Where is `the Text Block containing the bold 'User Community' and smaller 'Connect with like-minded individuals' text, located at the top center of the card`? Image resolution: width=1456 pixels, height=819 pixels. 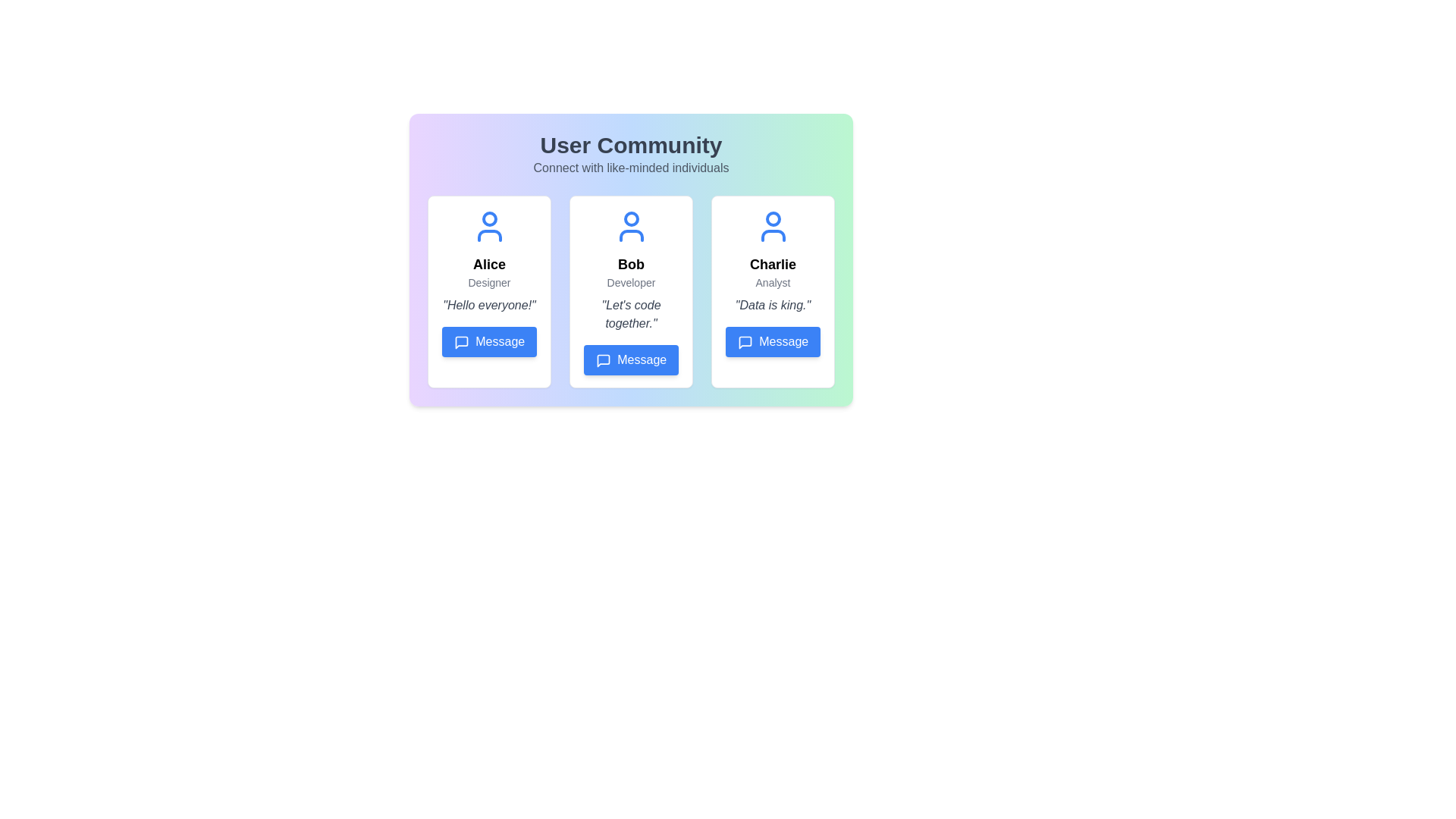
the Text Block containing the bold 'User Community' and smaller 'Connect with like-minded individuals' text, located at the top center of the card is located at coordinates (631, 155).